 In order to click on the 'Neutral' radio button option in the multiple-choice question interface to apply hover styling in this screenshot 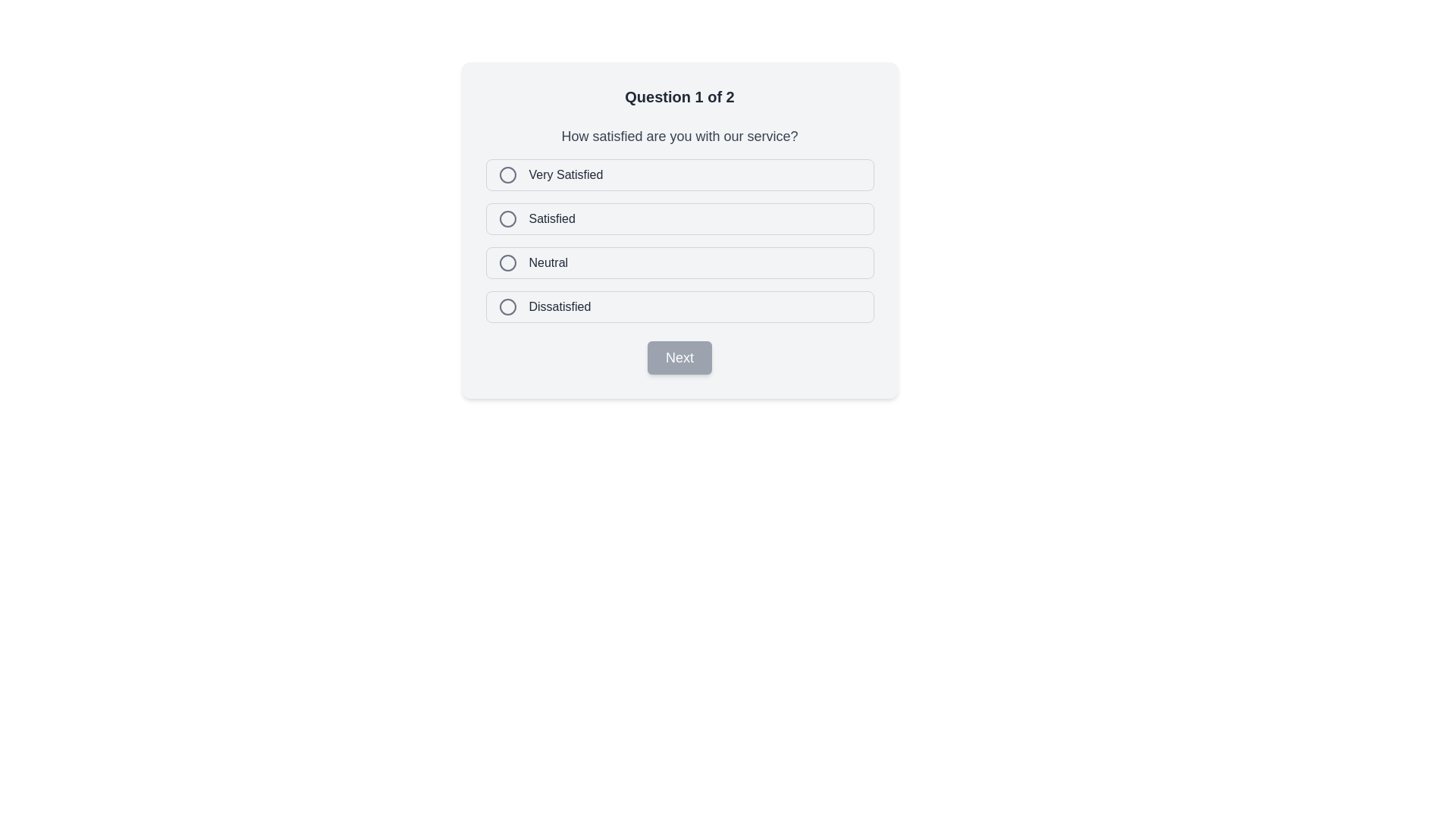, I will do `click(679, 262)`.